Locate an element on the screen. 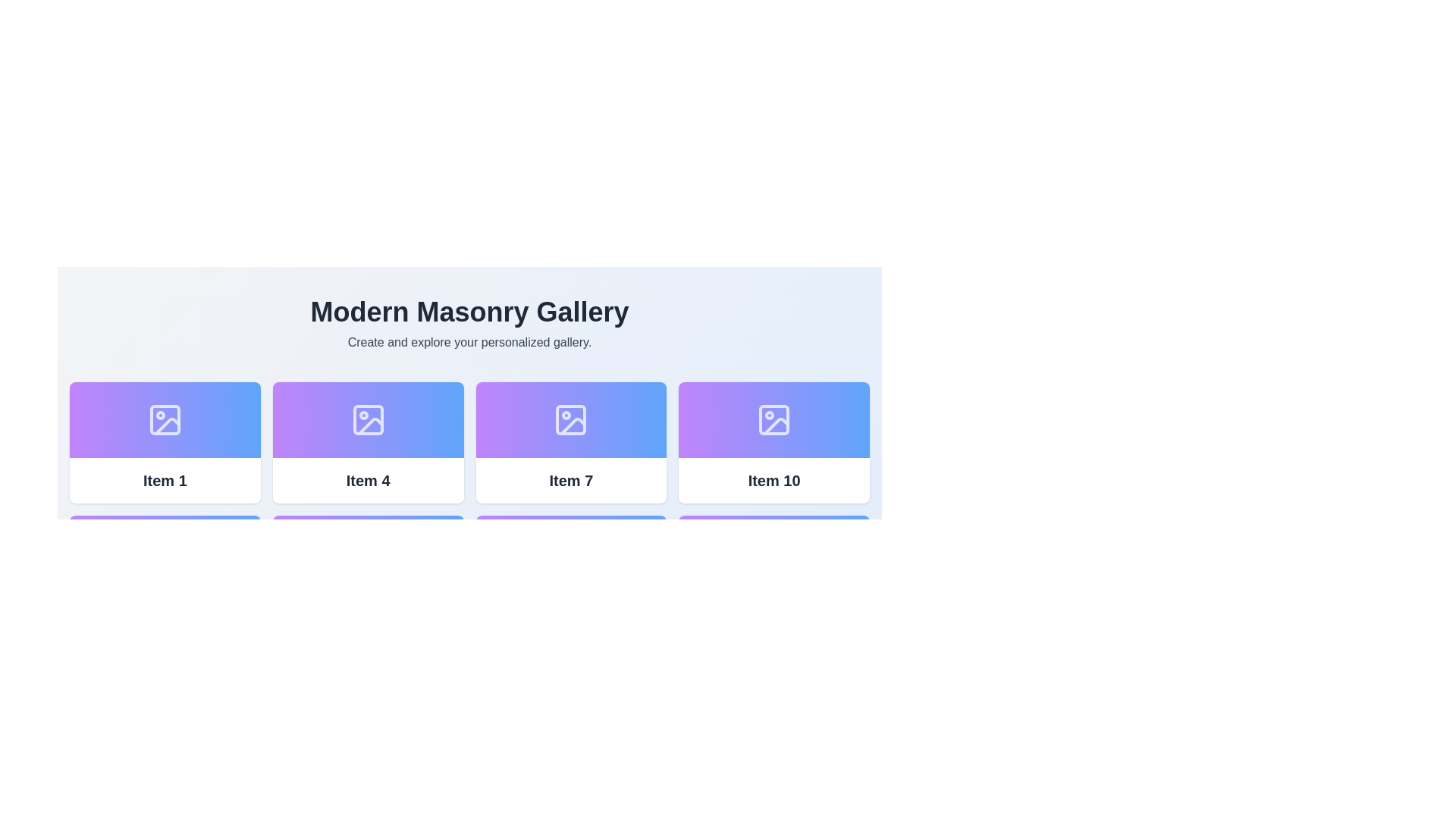 The width and height of the screenshot is (1456, 819). the text label that displays 'Item 4', which is styled with bold and large dark gray text and is part of the second card in the second row of a grid layout is located at coordinates (368, 480).